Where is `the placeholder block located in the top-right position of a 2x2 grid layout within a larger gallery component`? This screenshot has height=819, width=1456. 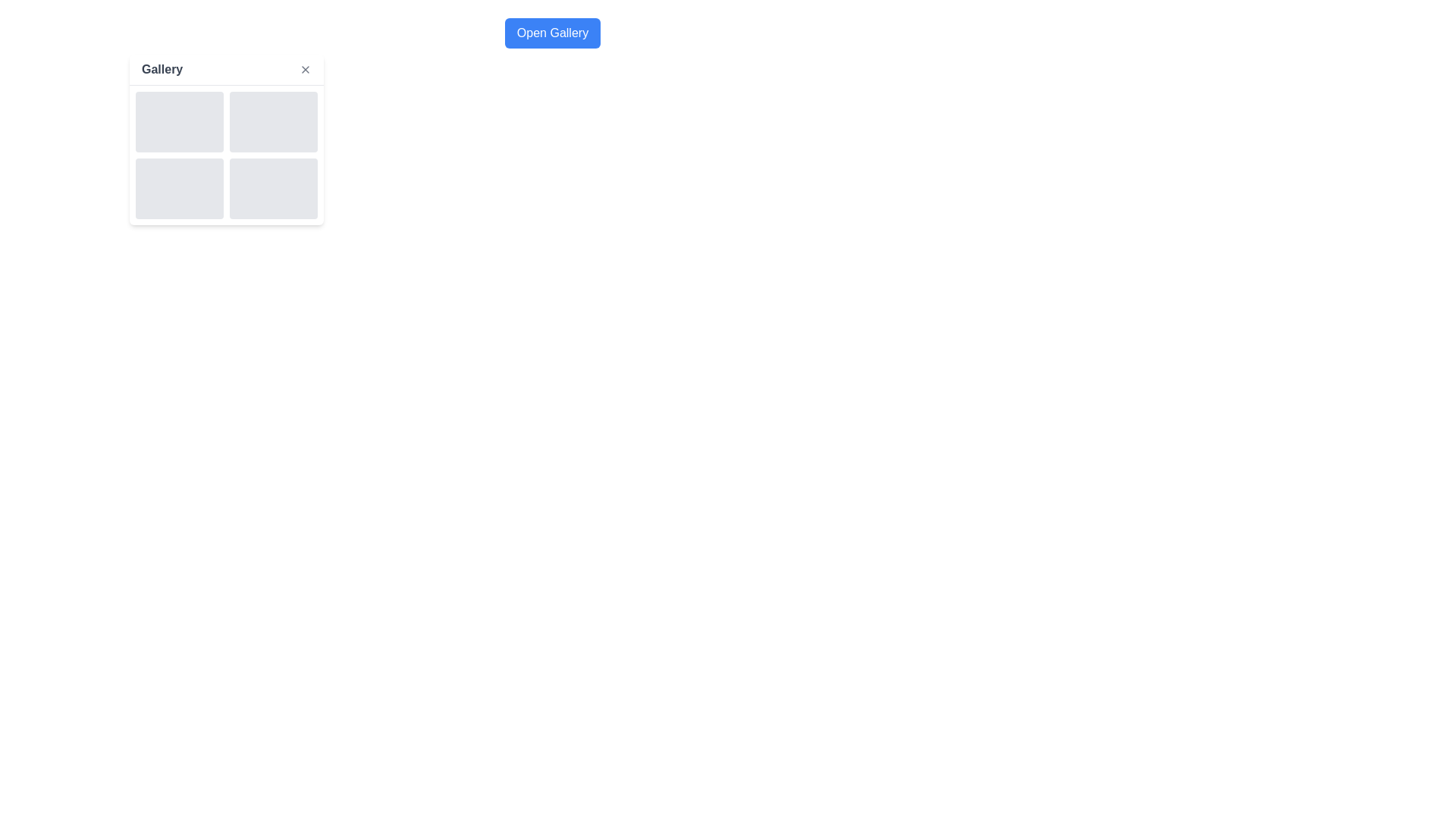
the placeholder block located in the top-right position of a 2x2 grid layout within a larger gallery component is located at coordinates (273, 121).